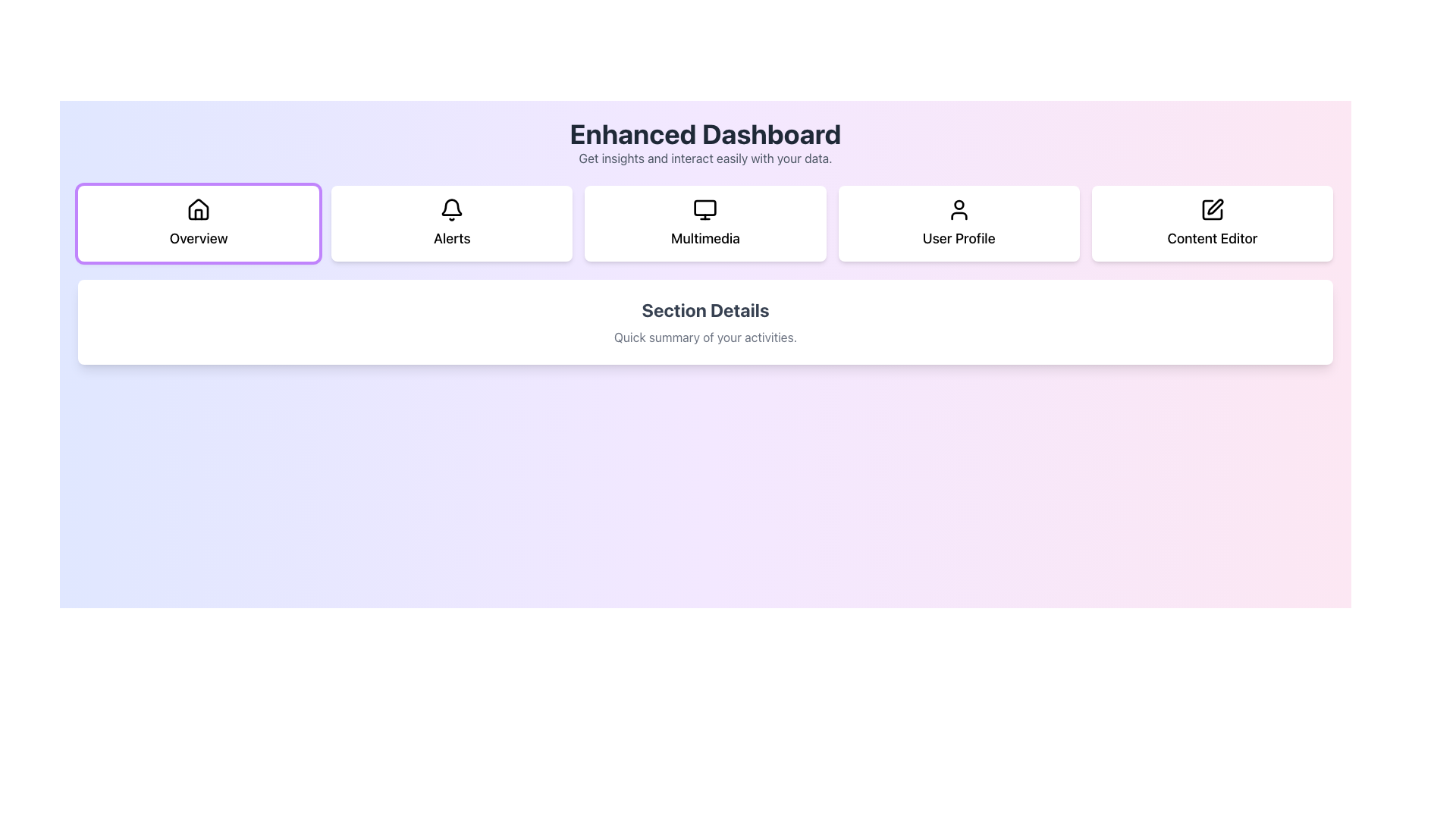 The height and width of the screenshot is (819, 1456). Describe the element at coordinates (704, 223) in the screenshot. I see `the 'Multimedia' button, which is a white card with rounded corners and a monitor icon, located in the middle of a grid as the third item from the left` at that location.